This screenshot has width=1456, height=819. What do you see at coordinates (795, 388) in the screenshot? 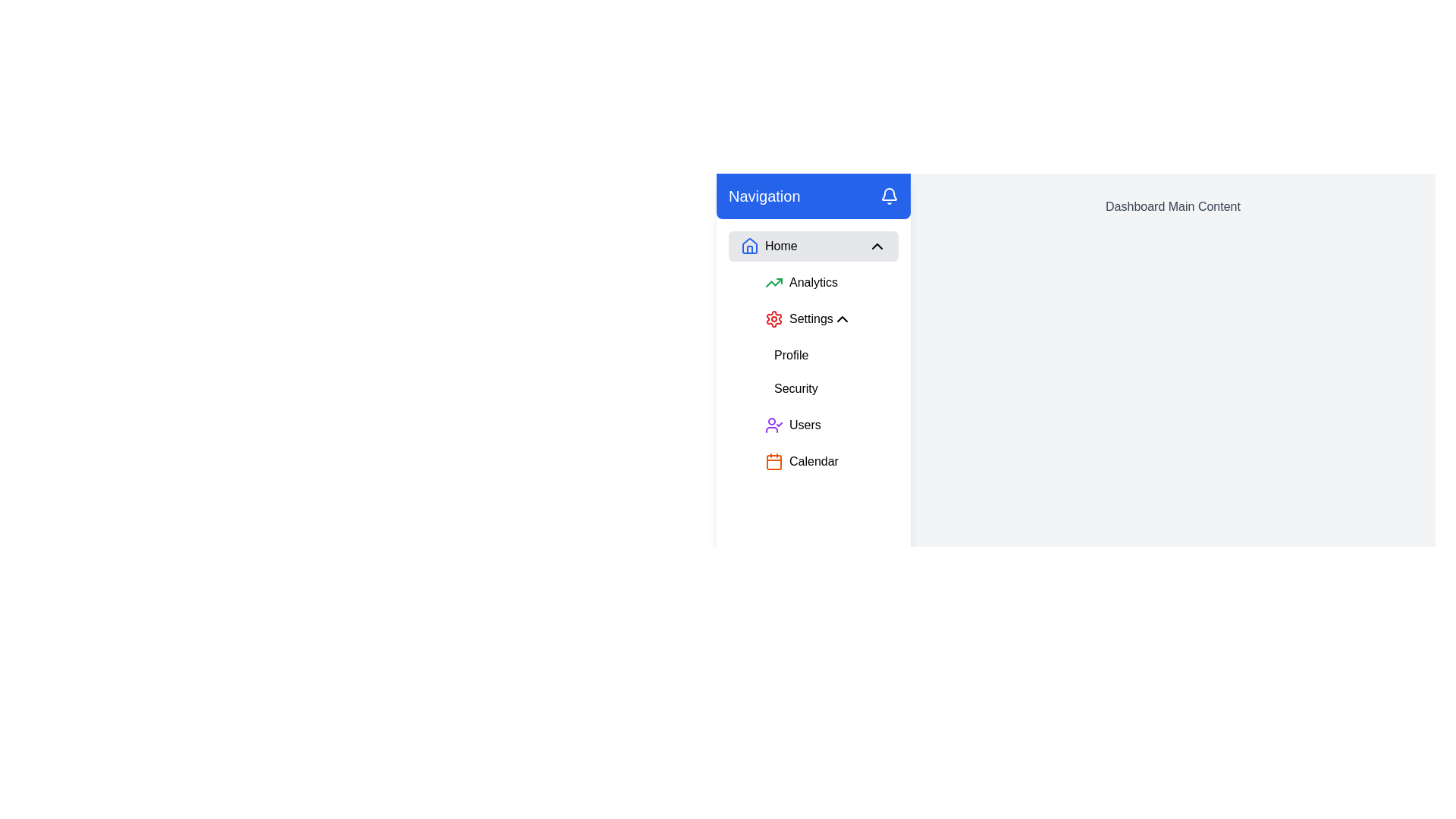
I see `the 'Security' navigation menu item, which is the second item under the 'Profile' section on the left vertical navigation panel` at bounding box center [795, 388].